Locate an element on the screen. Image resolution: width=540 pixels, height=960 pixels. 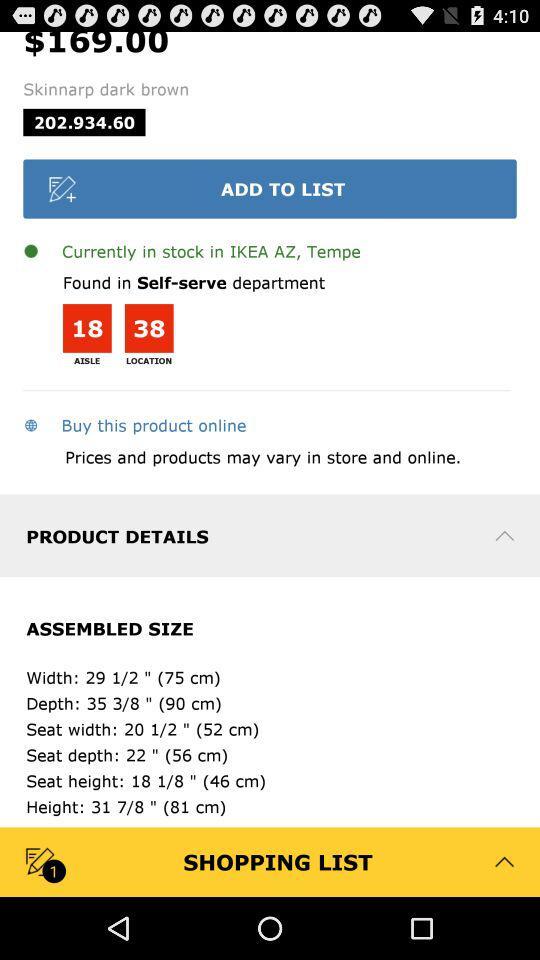
the drop down symbol beside product details is located at coordinates (503, 535).